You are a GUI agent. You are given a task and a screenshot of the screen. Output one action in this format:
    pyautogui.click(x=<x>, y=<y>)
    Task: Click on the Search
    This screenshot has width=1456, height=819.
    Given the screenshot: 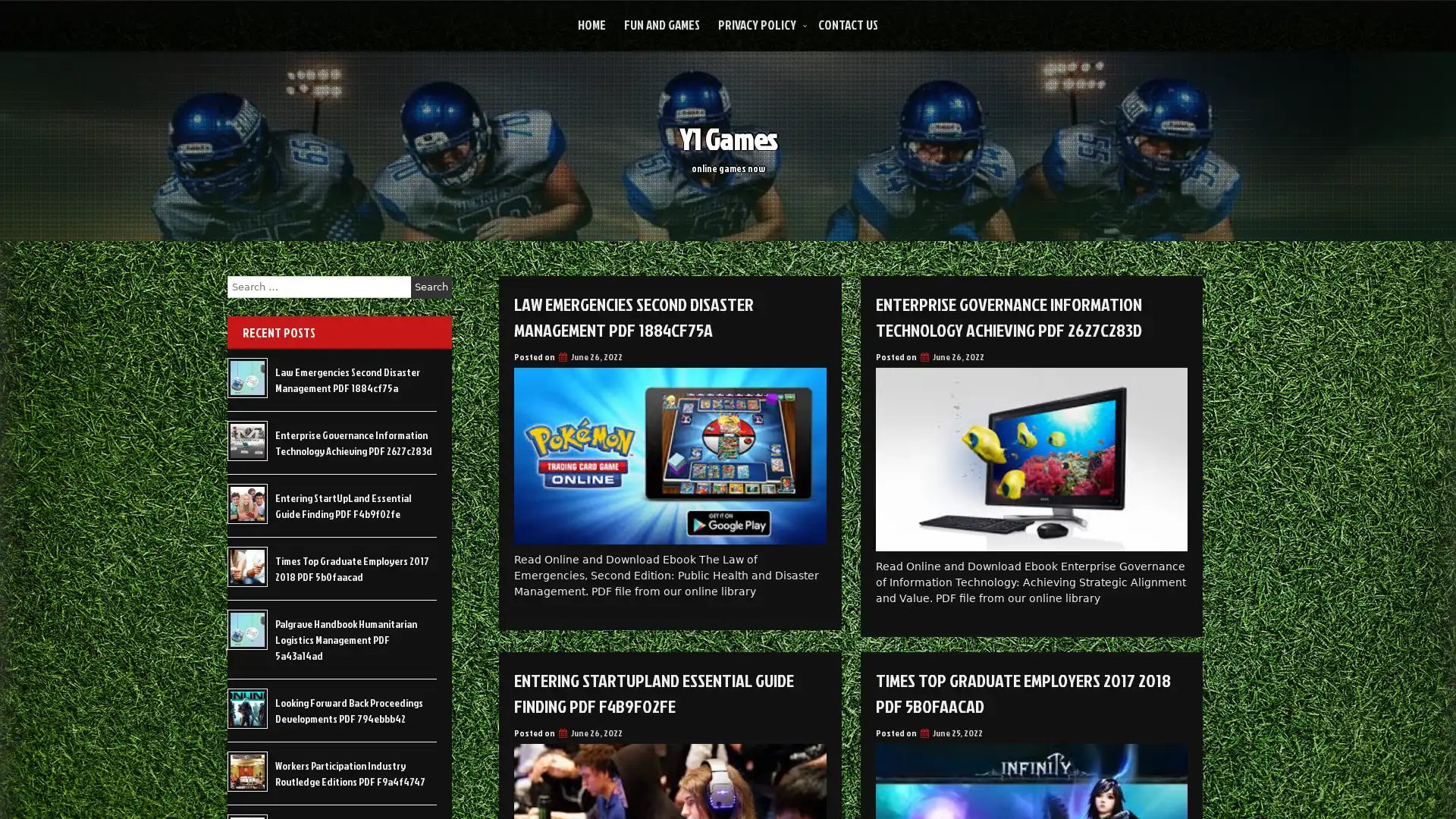 What is the action you would take?
    pyautogui.click(x=431, y=287)
    